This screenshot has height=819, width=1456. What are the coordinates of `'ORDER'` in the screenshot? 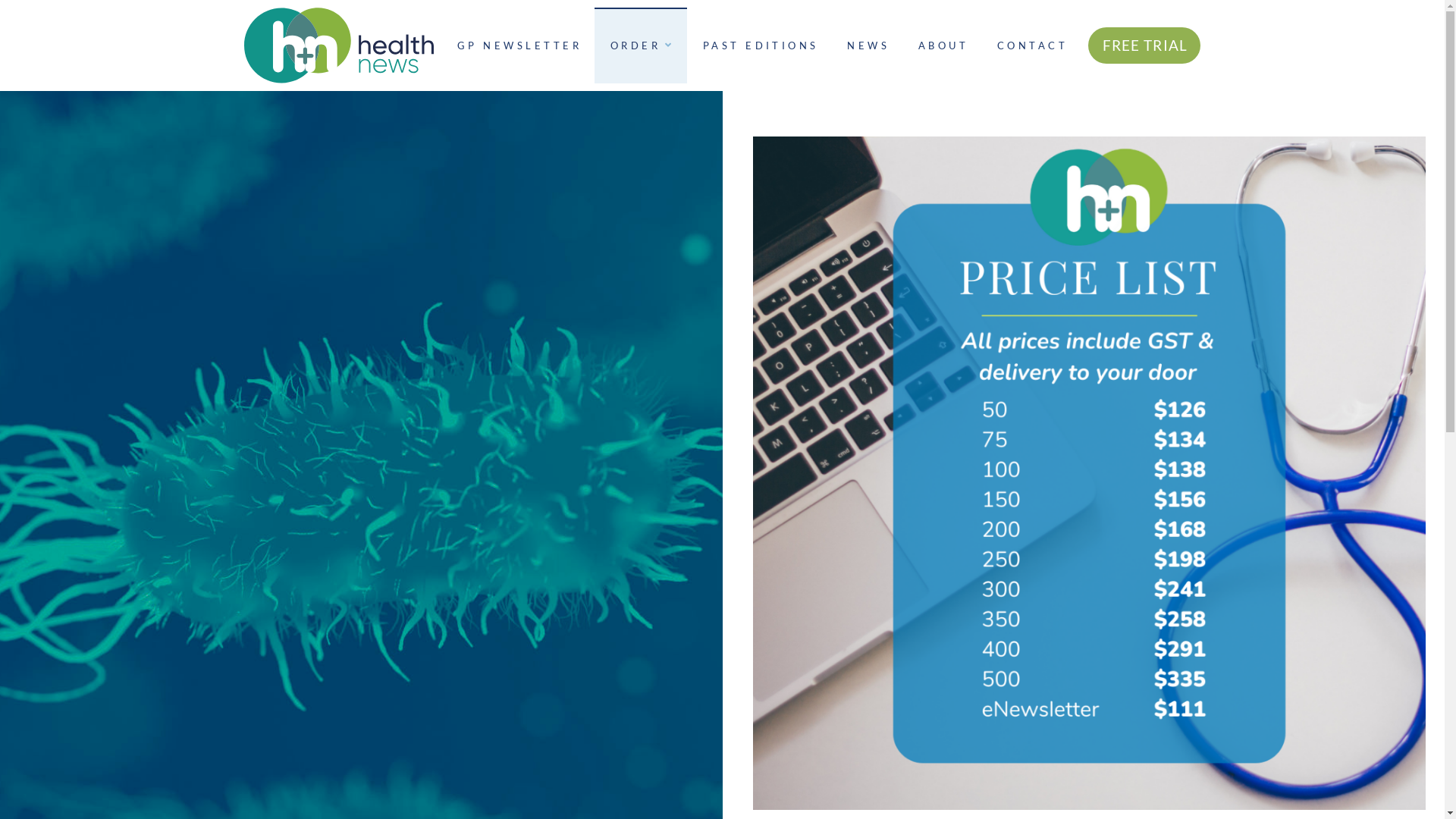 It's located at (640, 45).